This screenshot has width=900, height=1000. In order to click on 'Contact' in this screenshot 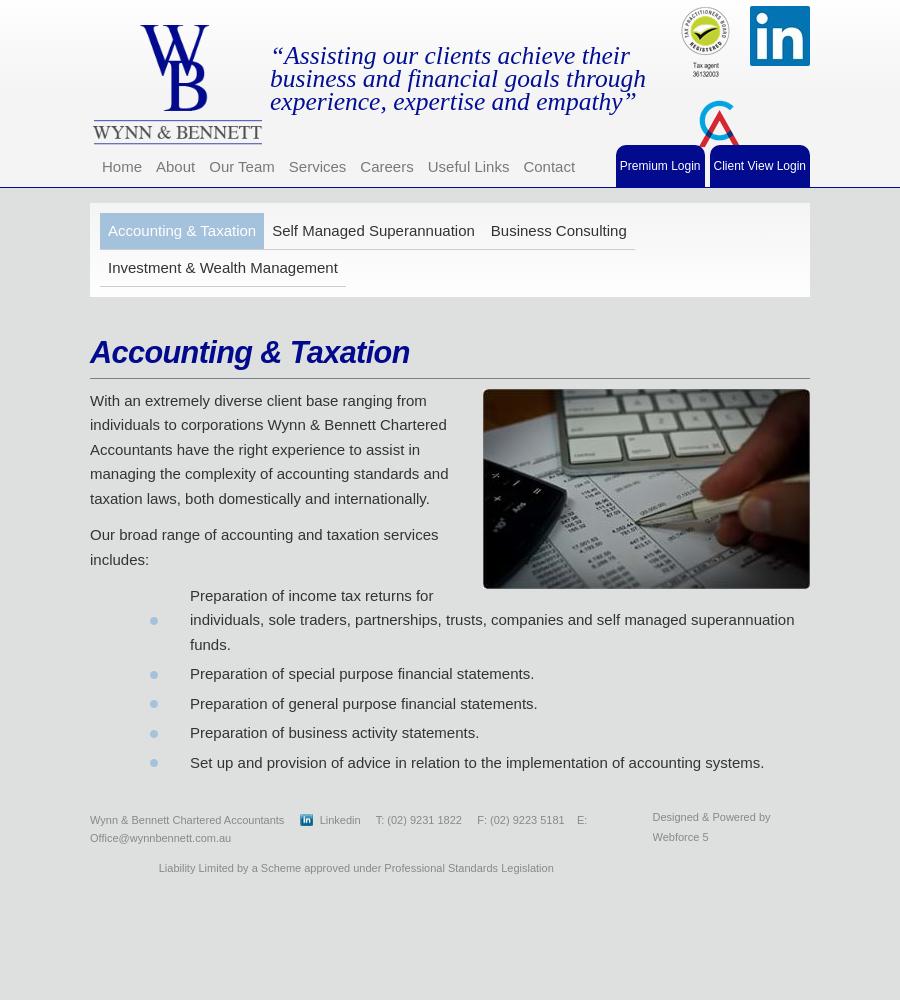, I will do `click(548, 165)`.